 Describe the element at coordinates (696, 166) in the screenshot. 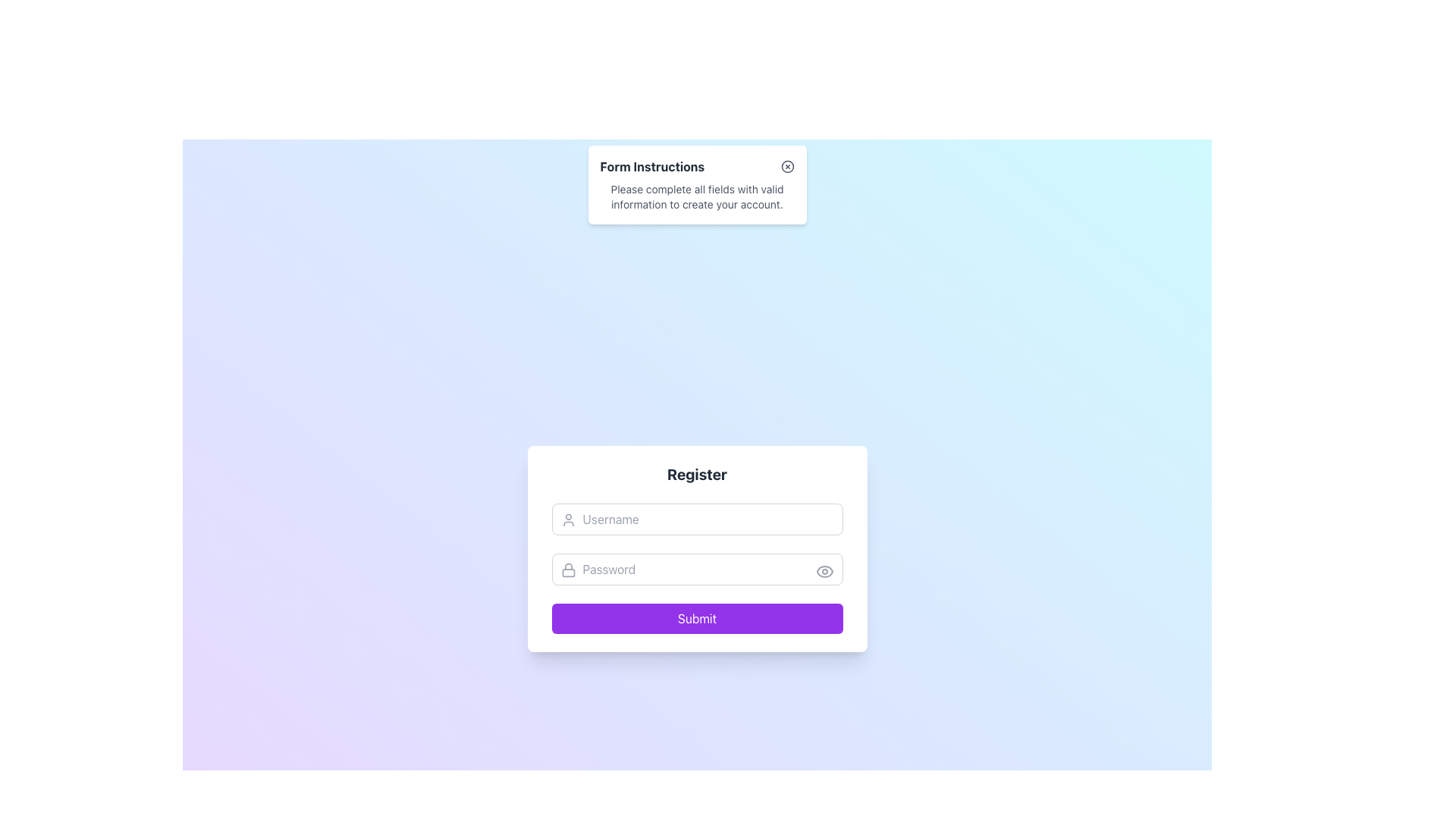

I see `title of the header element located at the top of the 'Form Instructions' card to understand the context of the instructions provided below` at that location.